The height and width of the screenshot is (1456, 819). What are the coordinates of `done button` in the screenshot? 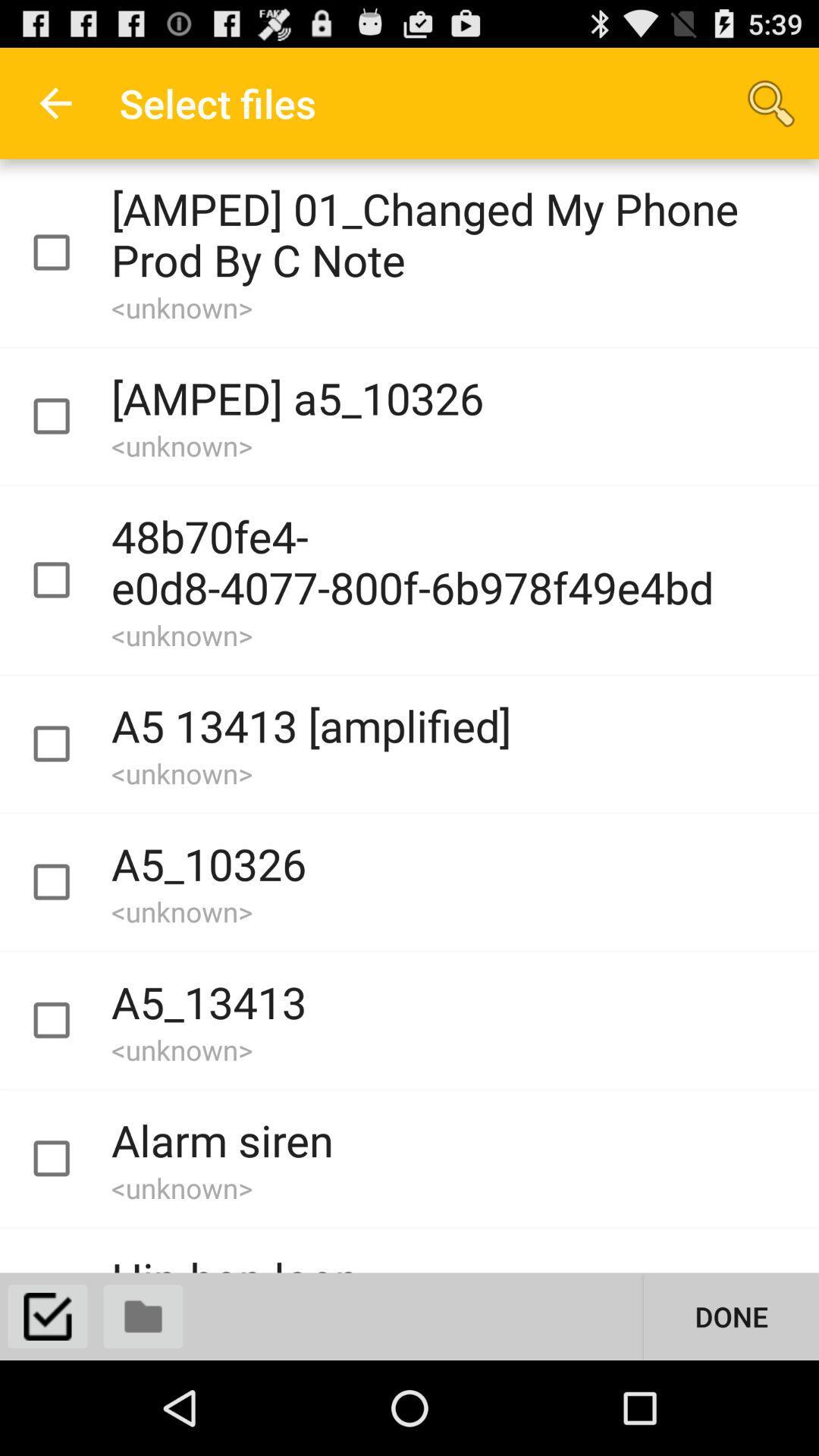 It's located at (730, 1316).